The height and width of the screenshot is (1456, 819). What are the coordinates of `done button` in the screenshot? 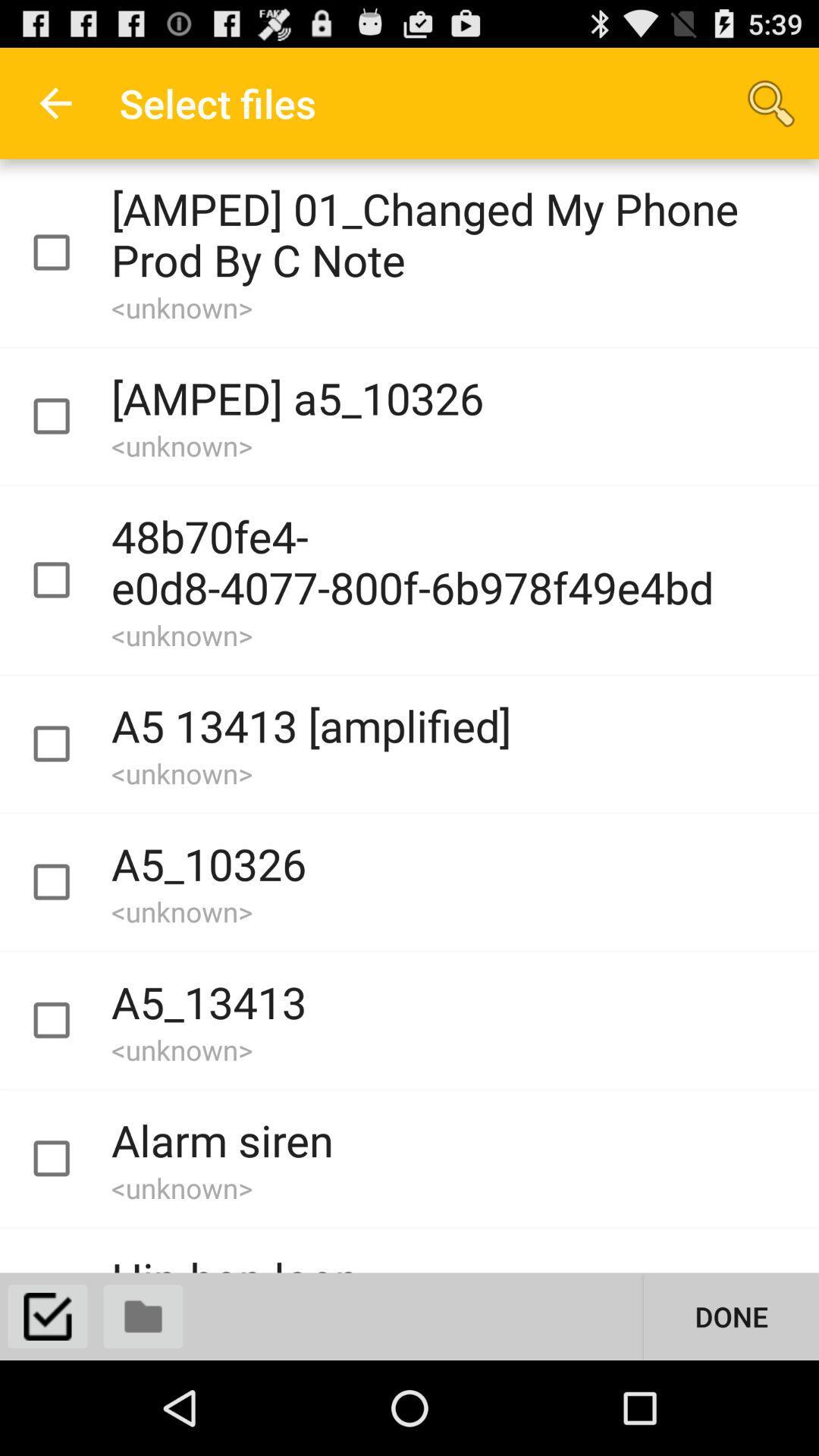 It's located at (730, 1316).